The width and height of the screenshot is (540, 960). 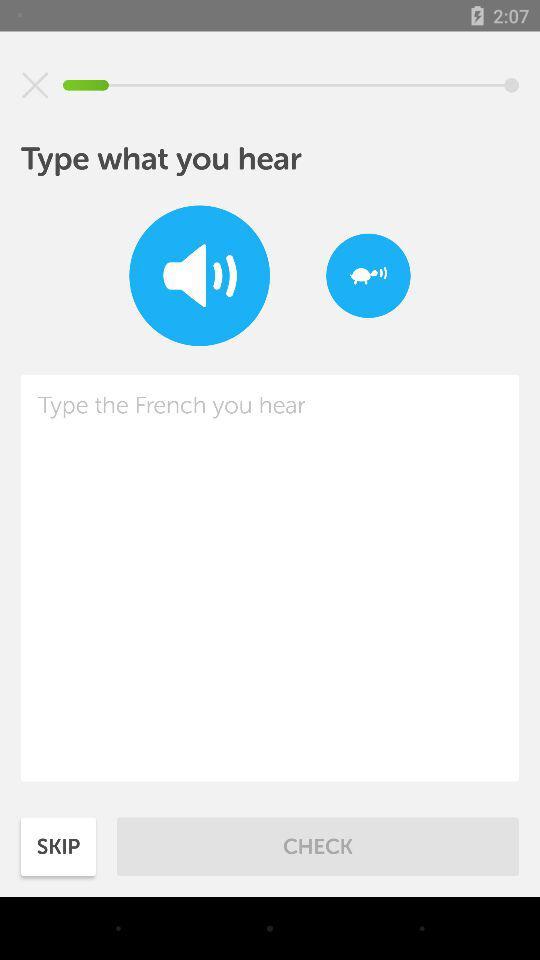 I want to click on item next to the skip item, so click(x=318, y=845).